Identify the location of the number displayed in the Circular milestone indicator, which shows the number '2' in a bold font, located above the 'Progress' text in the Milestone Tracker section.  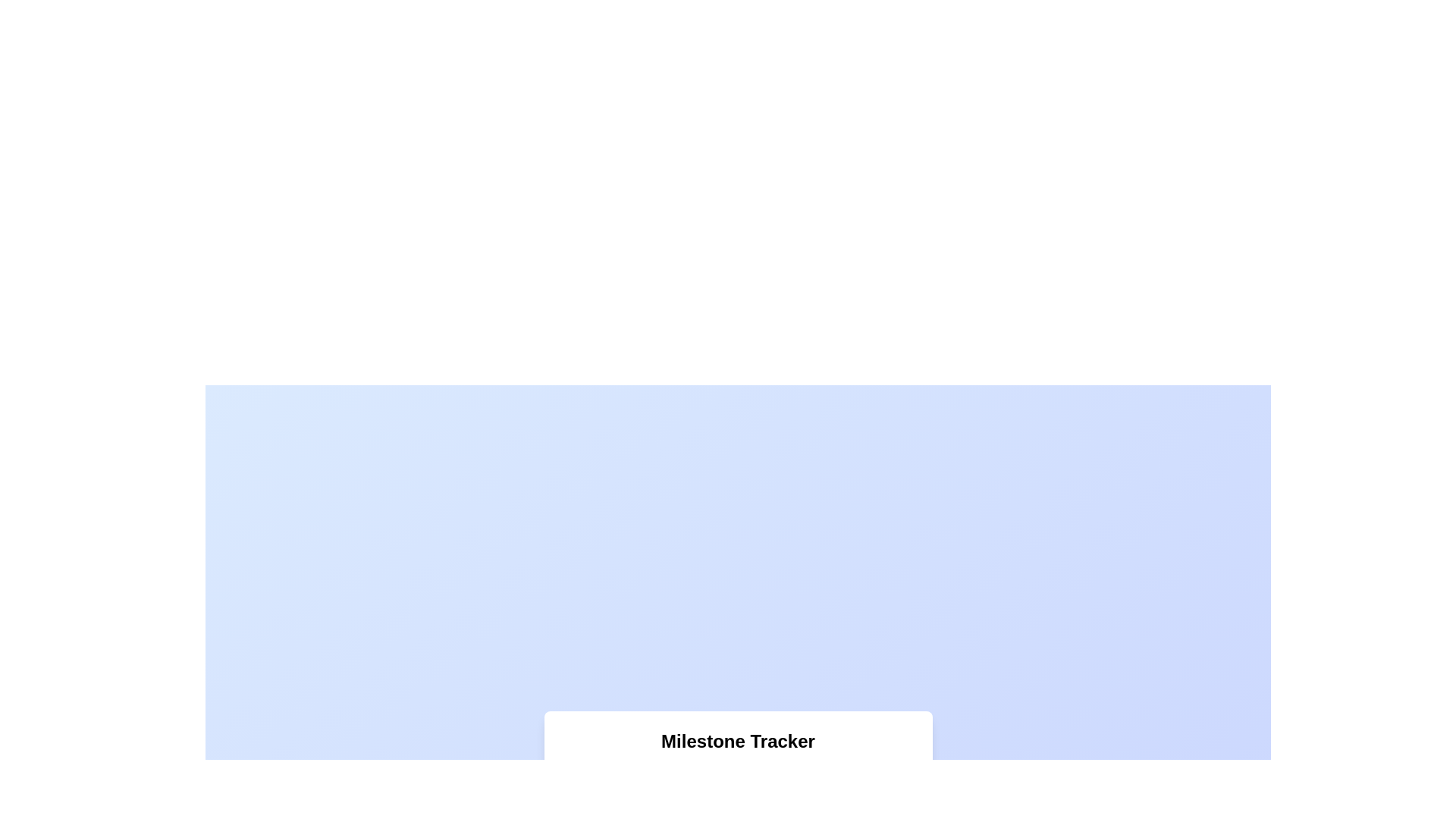
(673, 778).